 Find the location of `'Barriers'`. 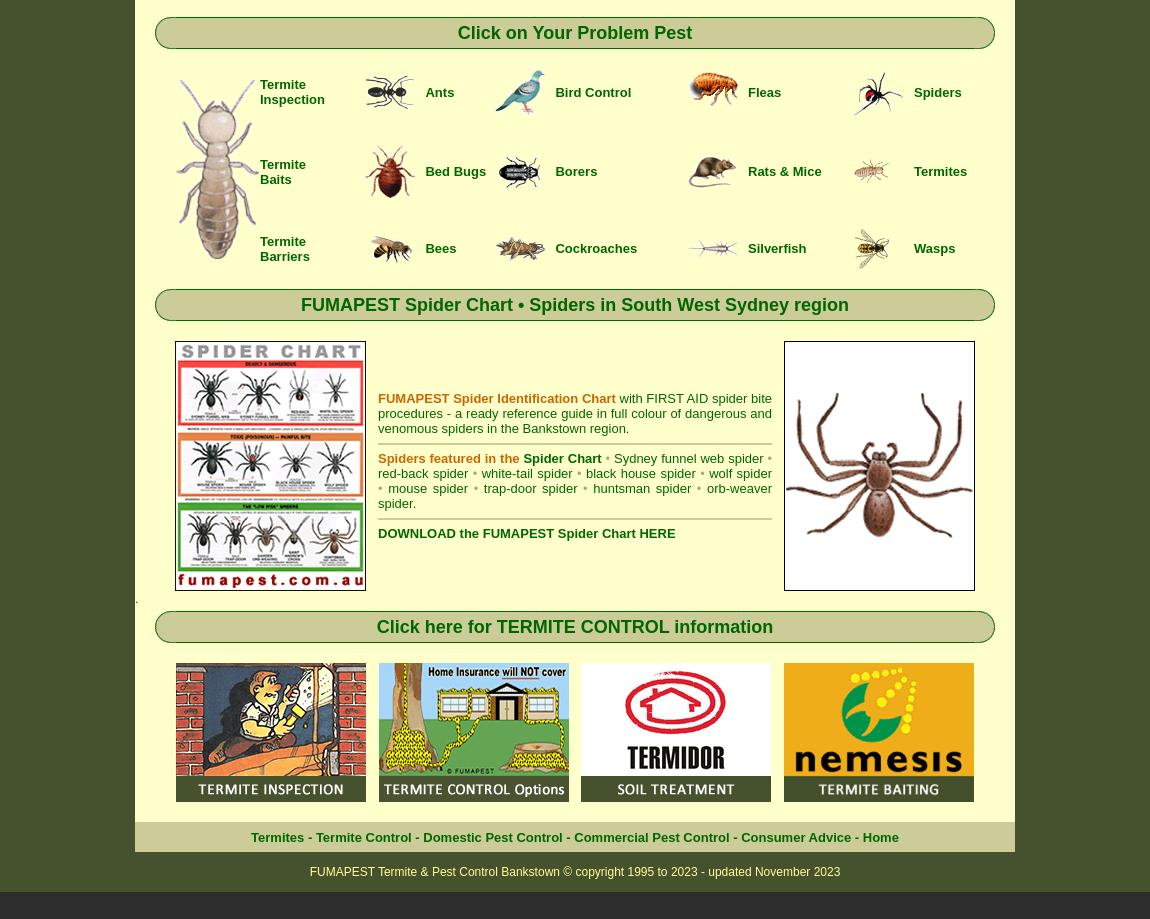

'Barriers' is located at coordinates (259, 255).